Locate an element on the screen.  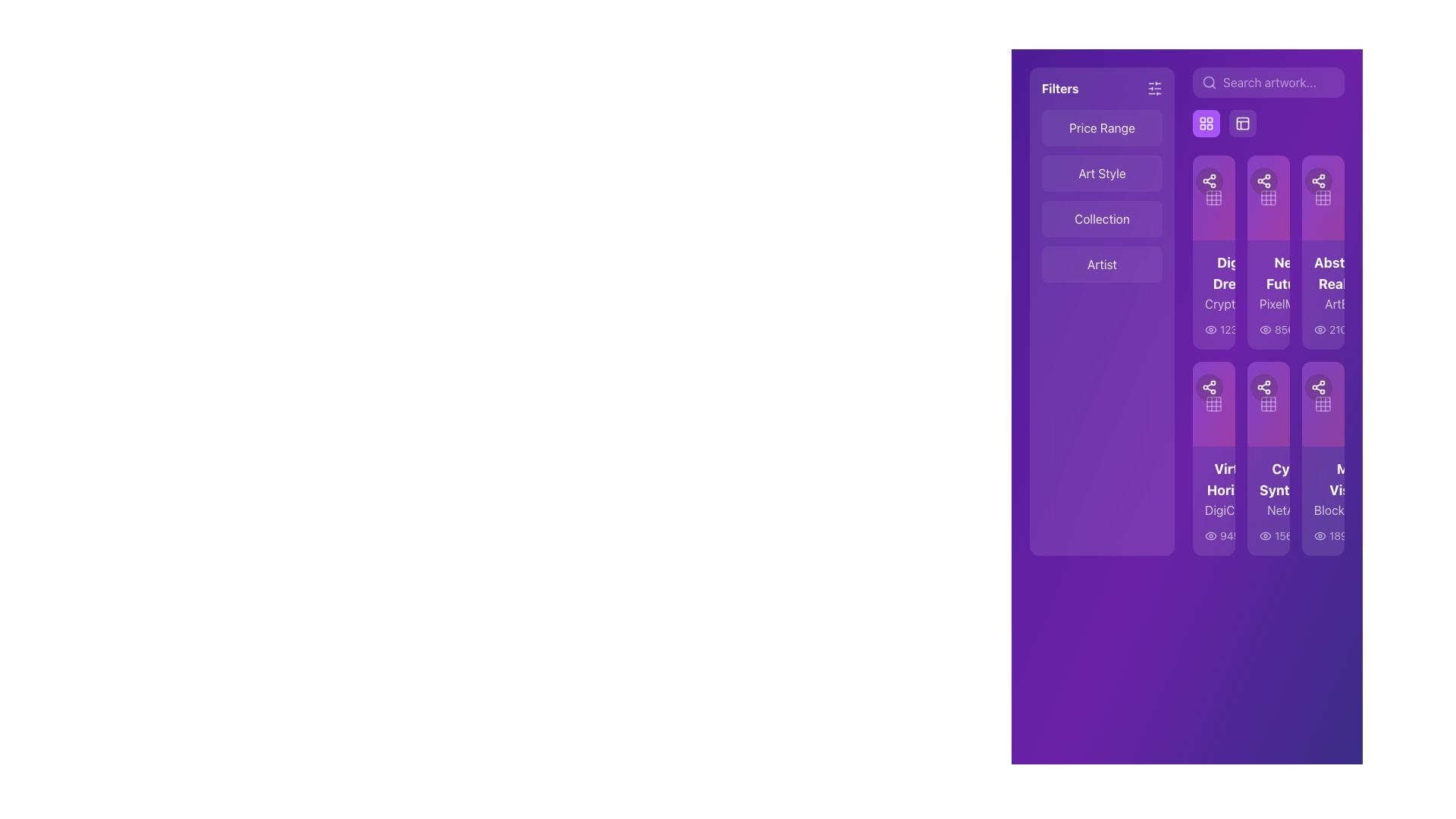
the leftmost button with a solid purple background and a grid icon is located at coordinates (1224, 122).